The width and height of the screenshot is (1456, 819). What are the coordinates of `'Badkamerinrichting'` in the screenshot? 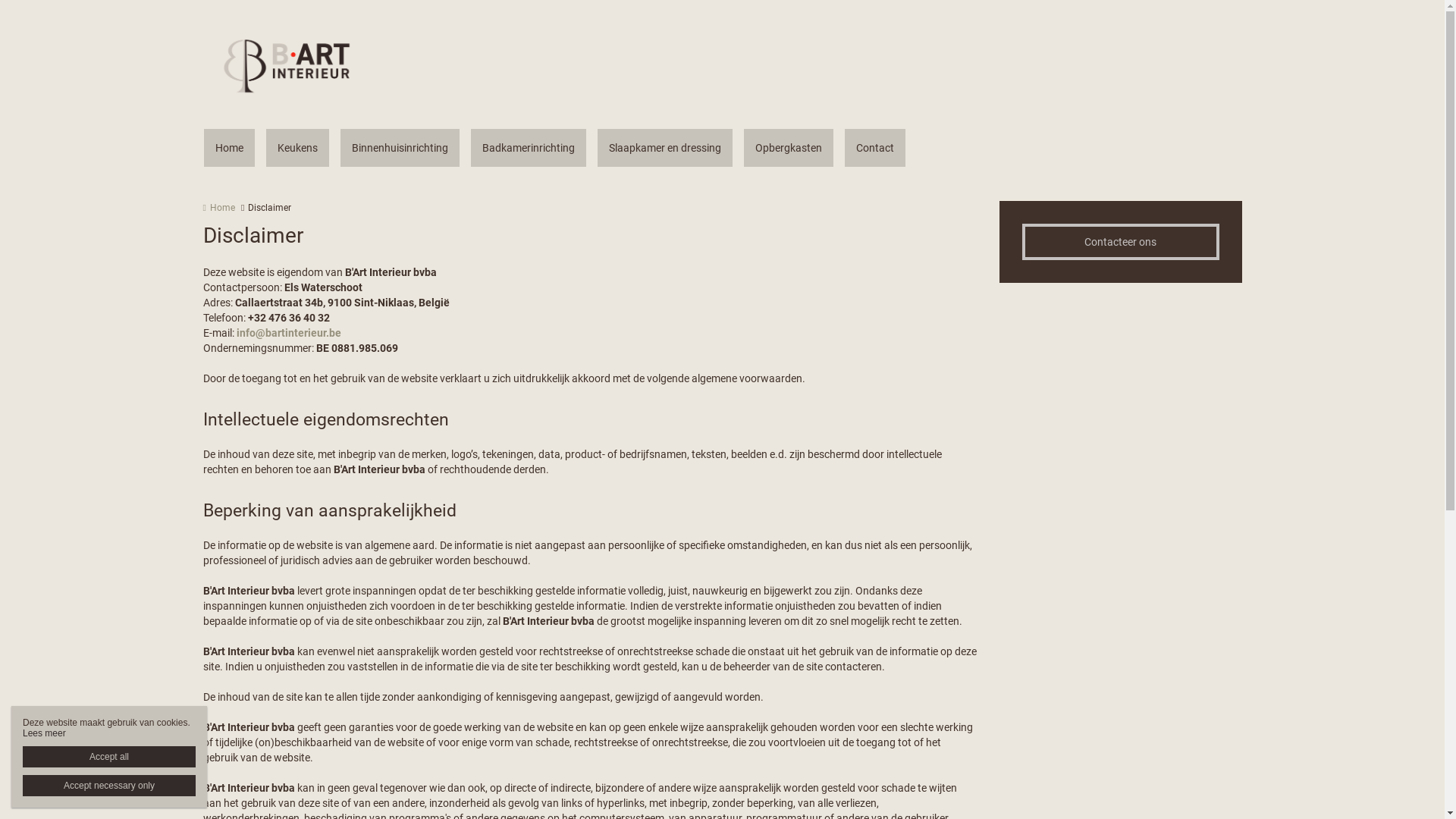 It's located at (528, 148).